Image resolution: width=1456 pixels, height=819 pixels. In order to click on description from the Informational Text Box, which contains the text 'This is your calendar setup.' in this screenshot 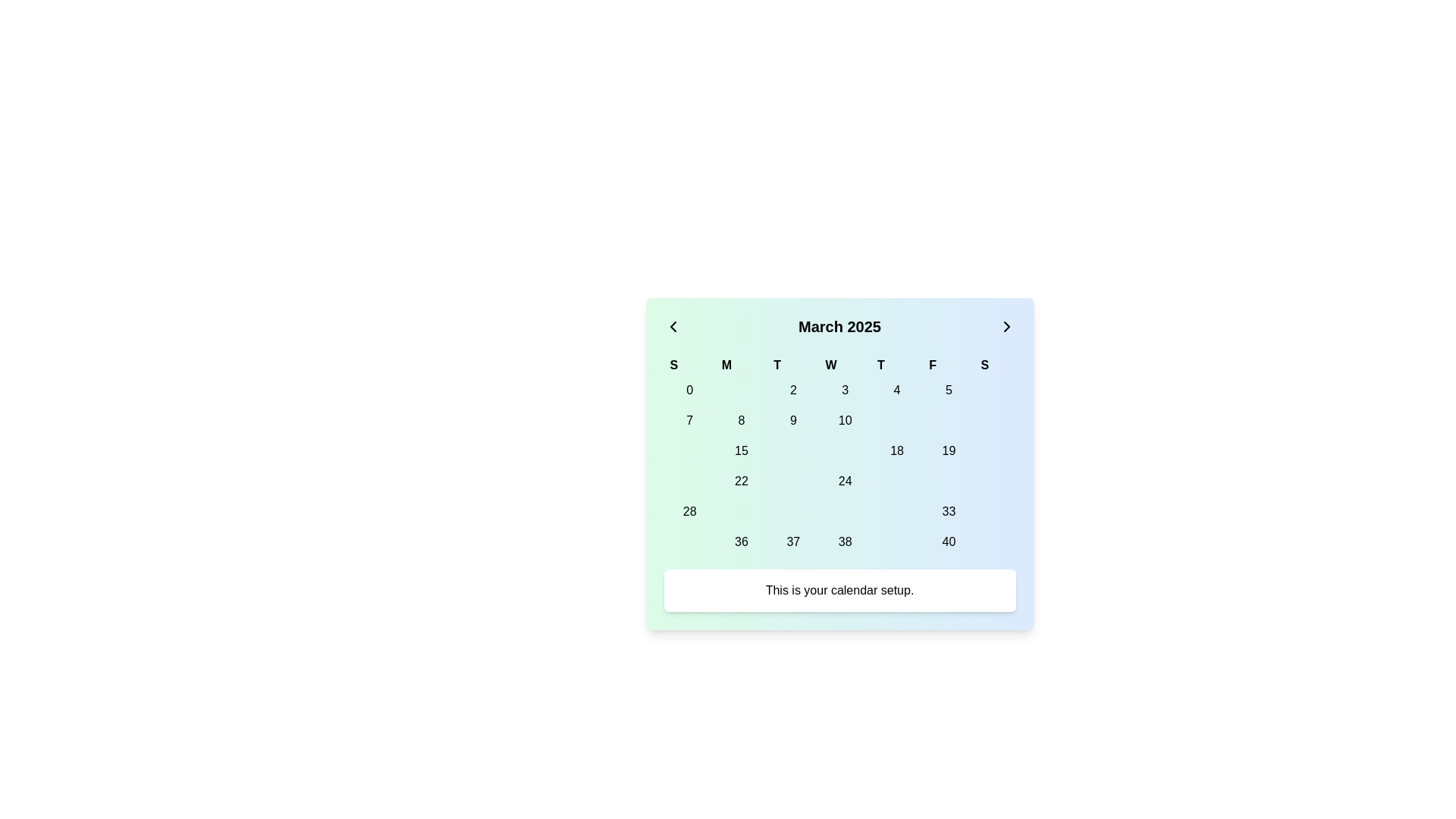, I will do `click(839, 590)`.